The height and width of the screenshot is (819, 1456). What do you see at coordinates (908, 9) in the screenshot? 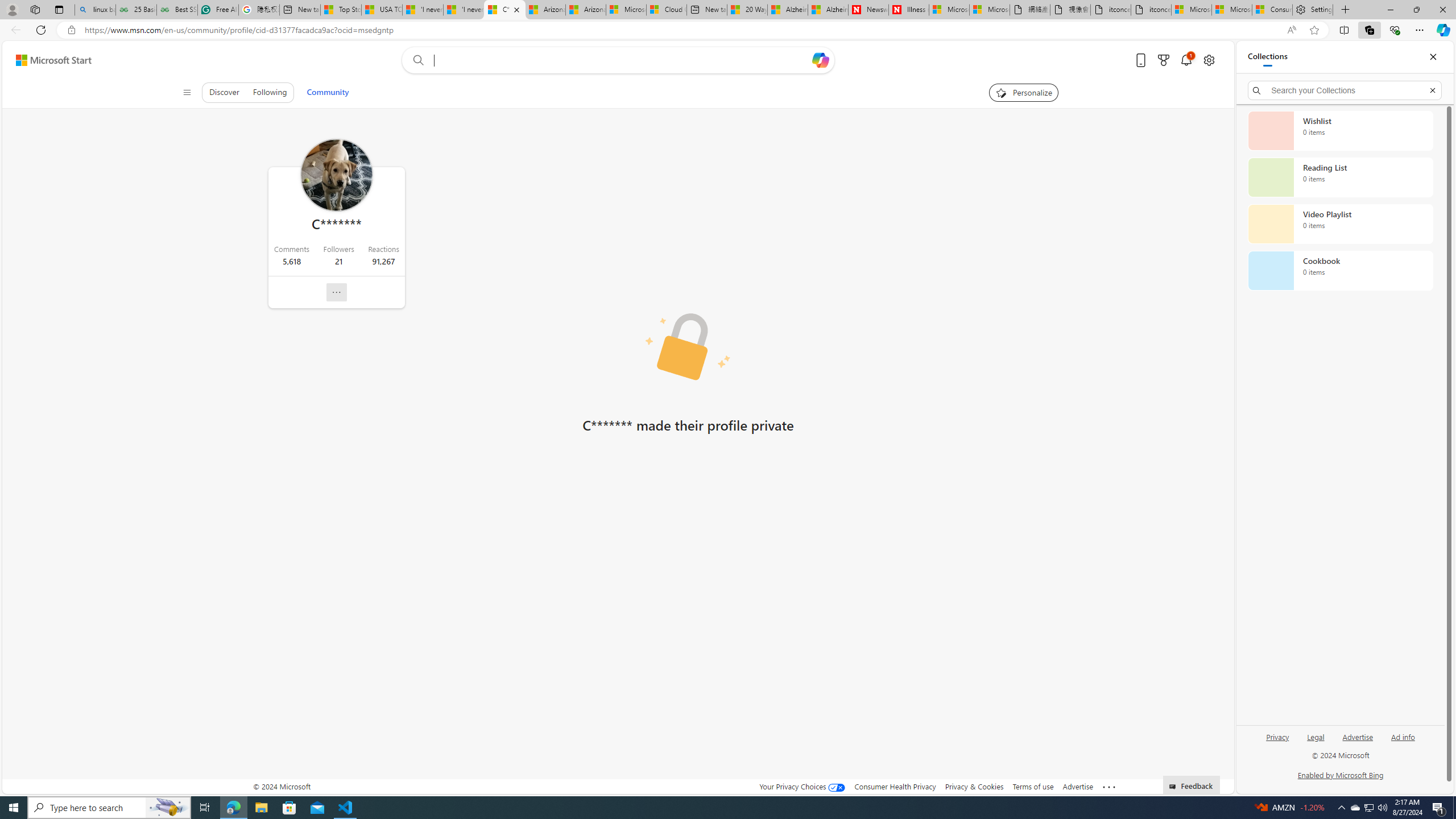
I see `'Illness news & latest pictures from Newsweek.com'` at bounding box center [908, 9].